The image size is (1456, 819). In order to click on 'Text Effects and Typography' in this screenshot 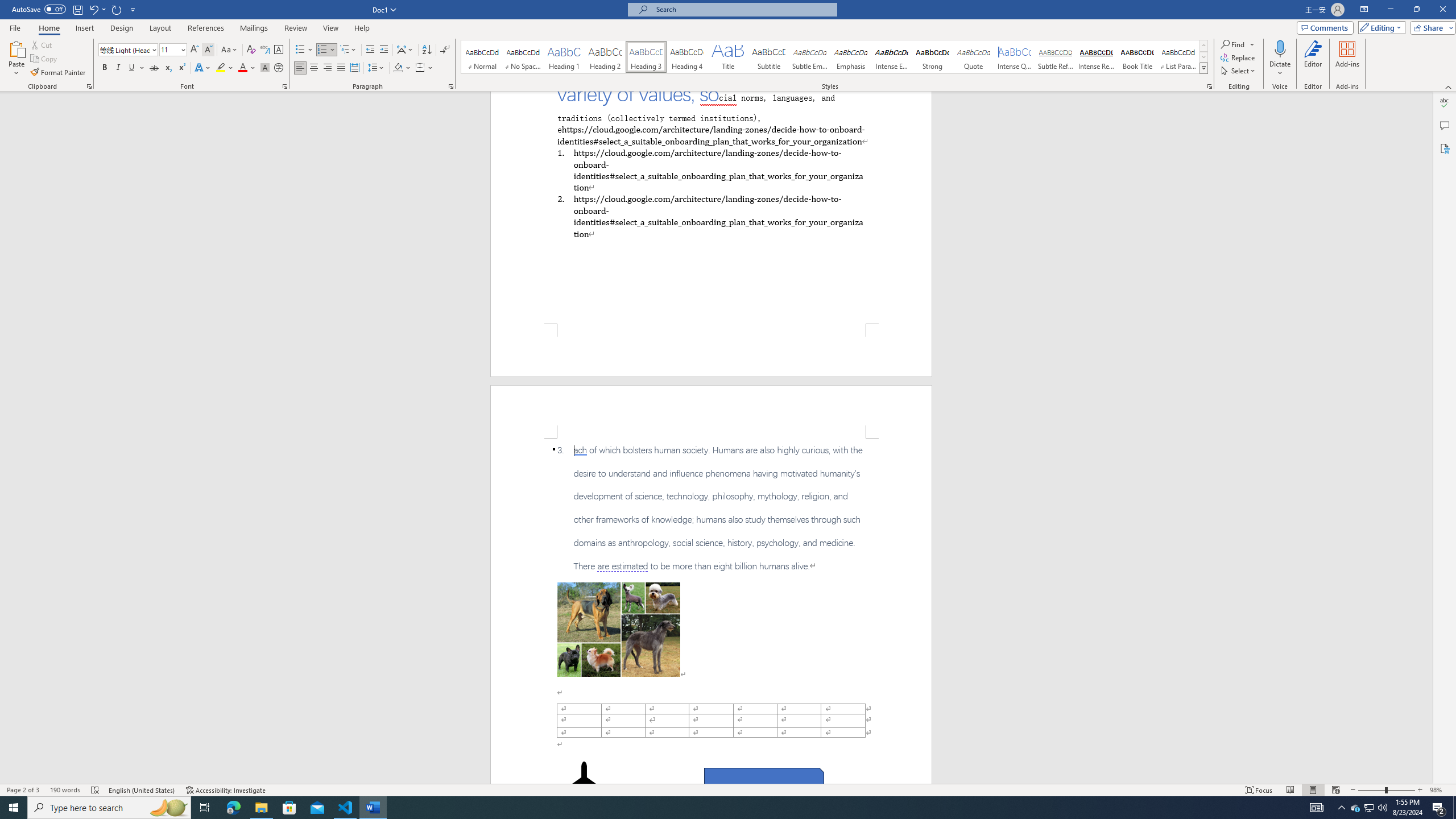, I will do `click(201, 67)`.